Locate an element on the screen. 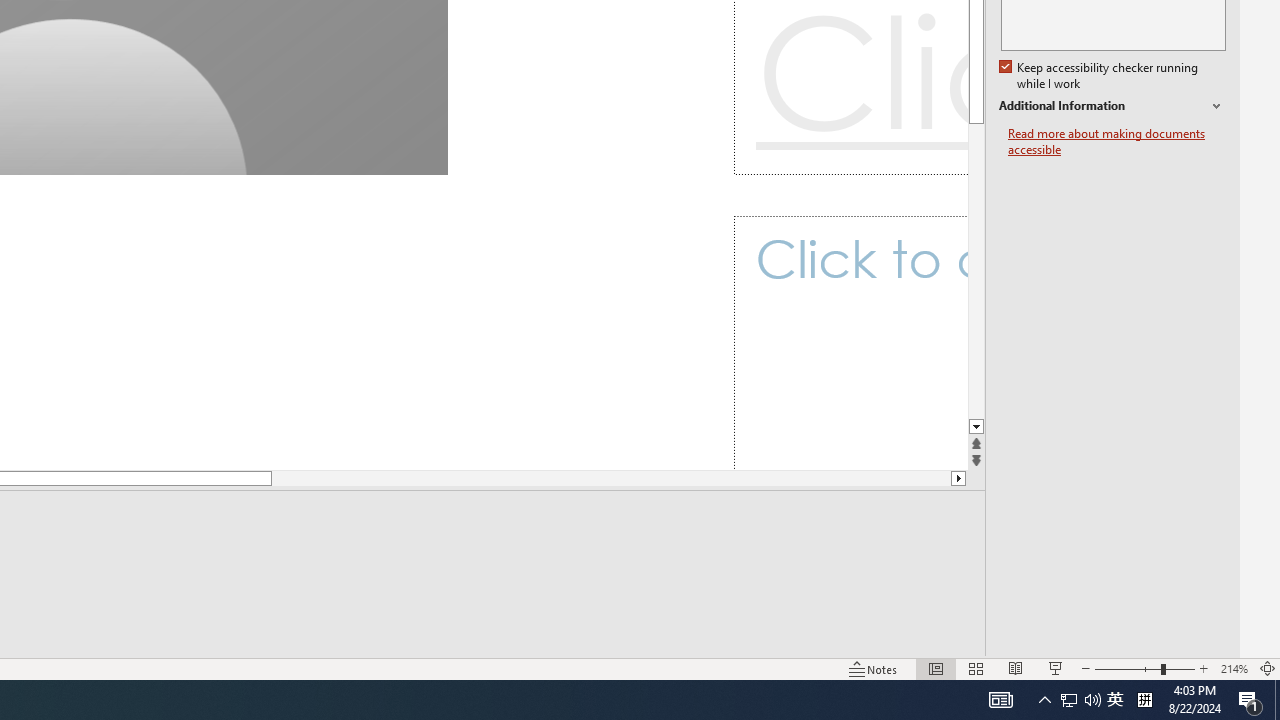 Image resolution: width=1280 pixels, height=720 pixels. 'Zoom 214%' is located at coordinates (1233, 669).